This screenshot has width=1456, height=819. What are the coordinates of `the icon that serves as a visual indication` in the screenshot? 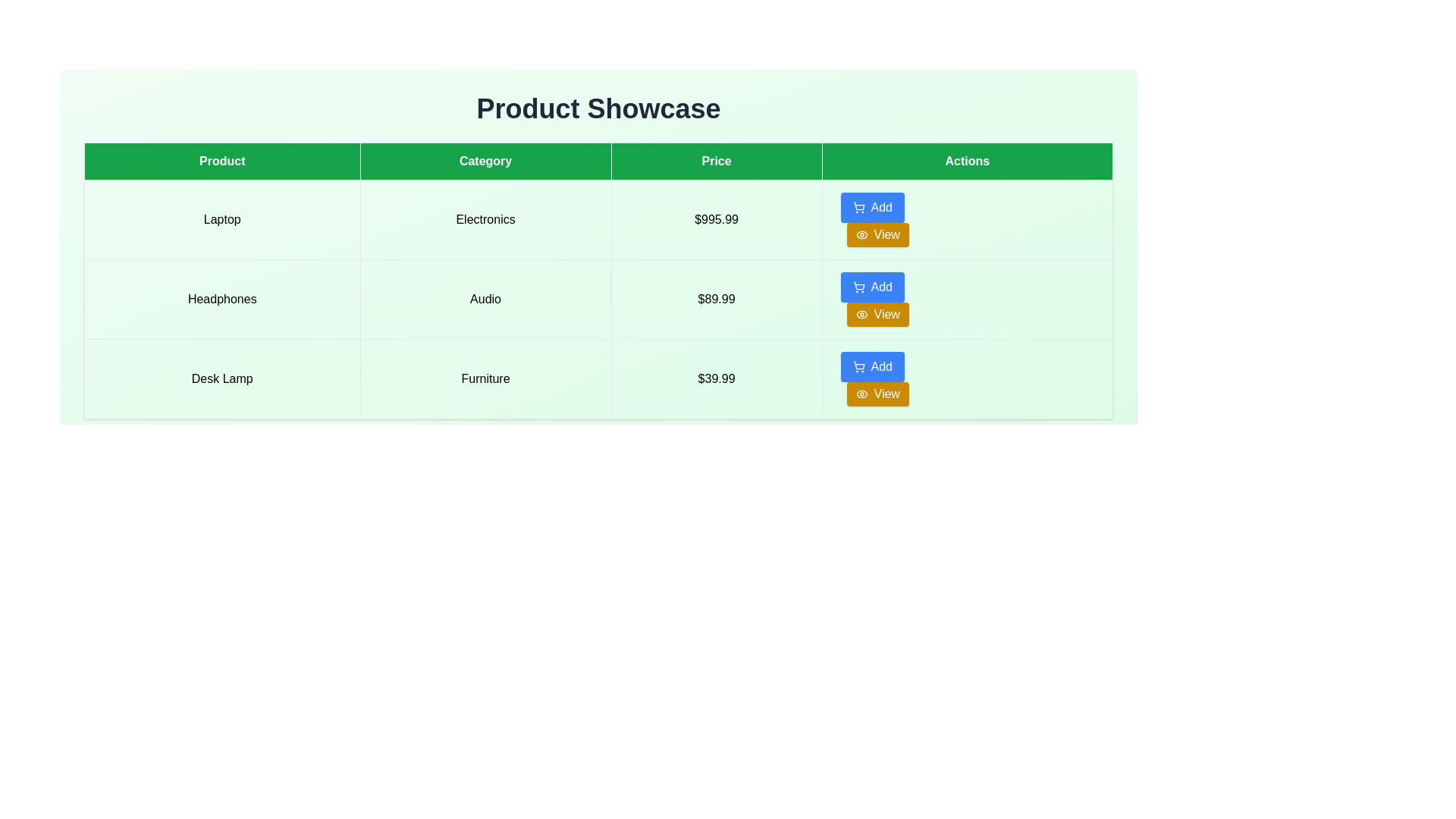 It's located at (861, 314).